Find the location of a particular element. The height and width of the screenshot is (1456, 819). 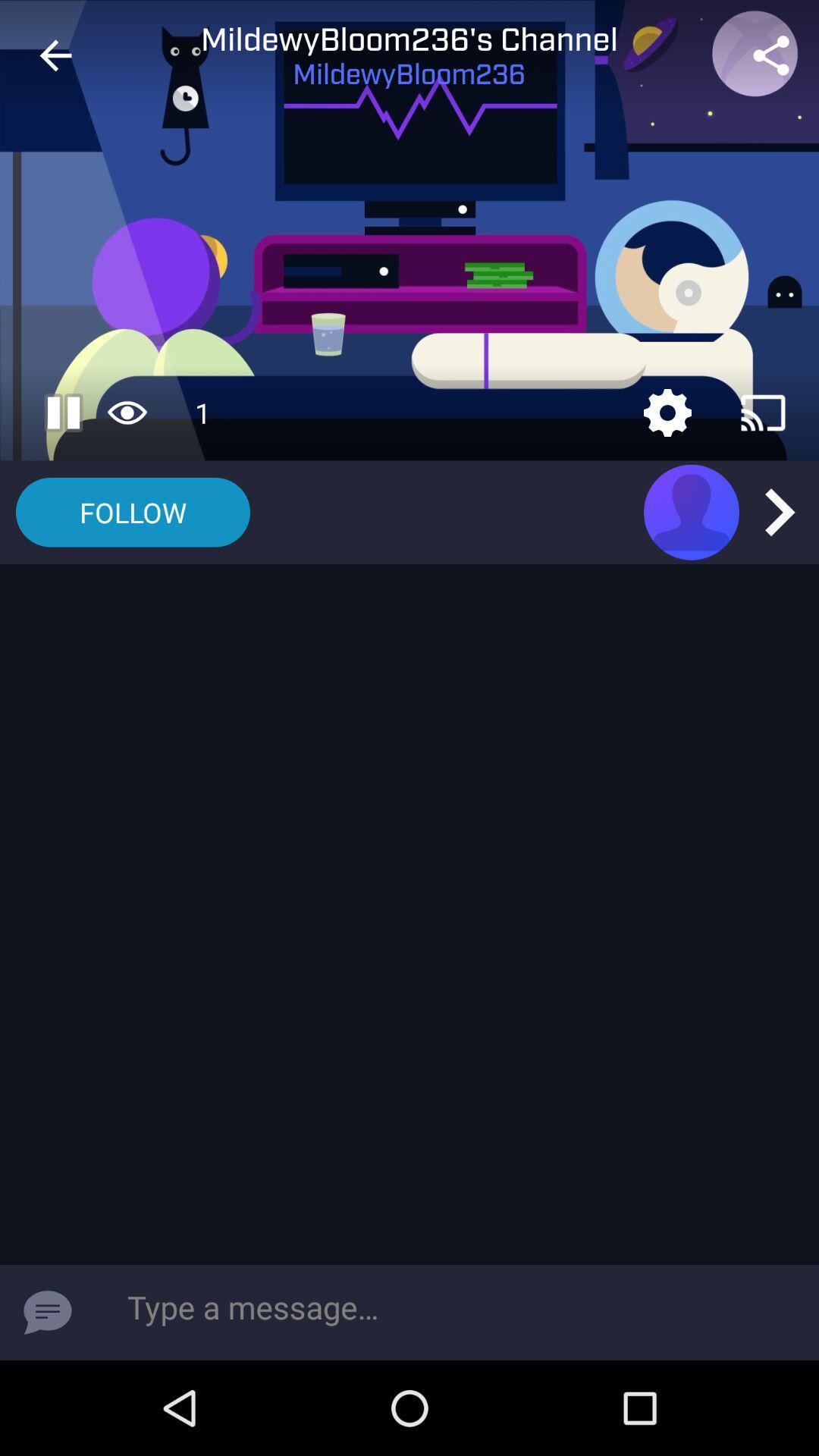

the settings icon is located at coordinates (667, 413).